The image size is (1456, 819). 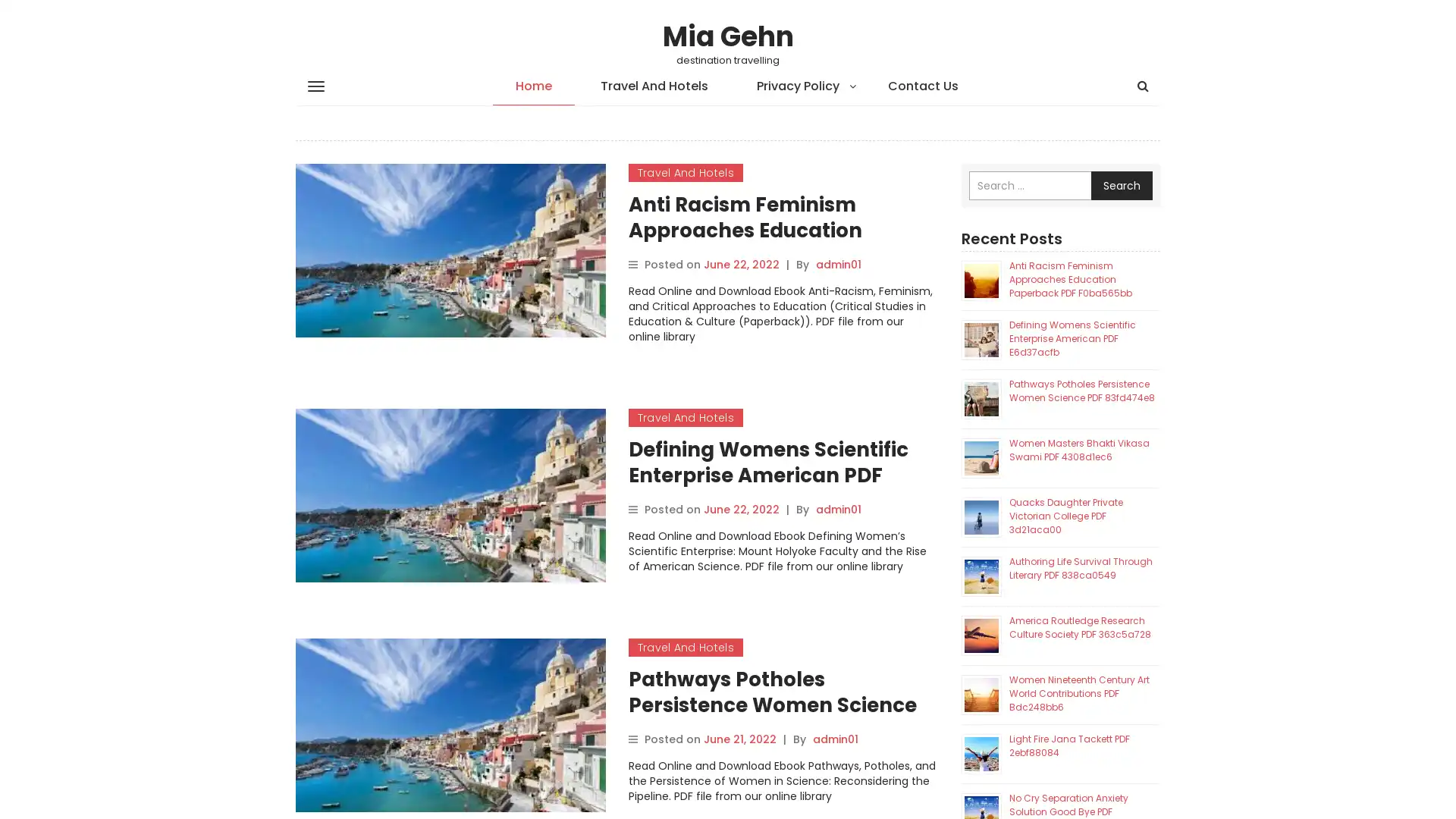 What do you see at coordinates (1122, 185) in the screenshot?
I see `Search` at bounding box center [1122, 185].